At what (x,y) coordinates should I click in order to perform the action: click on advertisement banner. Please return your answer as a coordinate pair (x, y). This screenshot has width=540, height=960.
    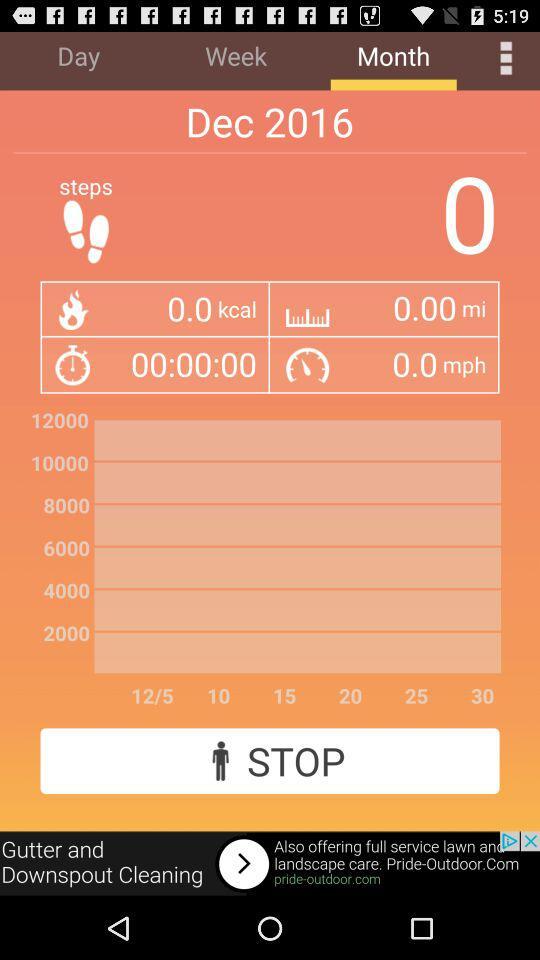
    Looking at the image, I should click on (270, 863).